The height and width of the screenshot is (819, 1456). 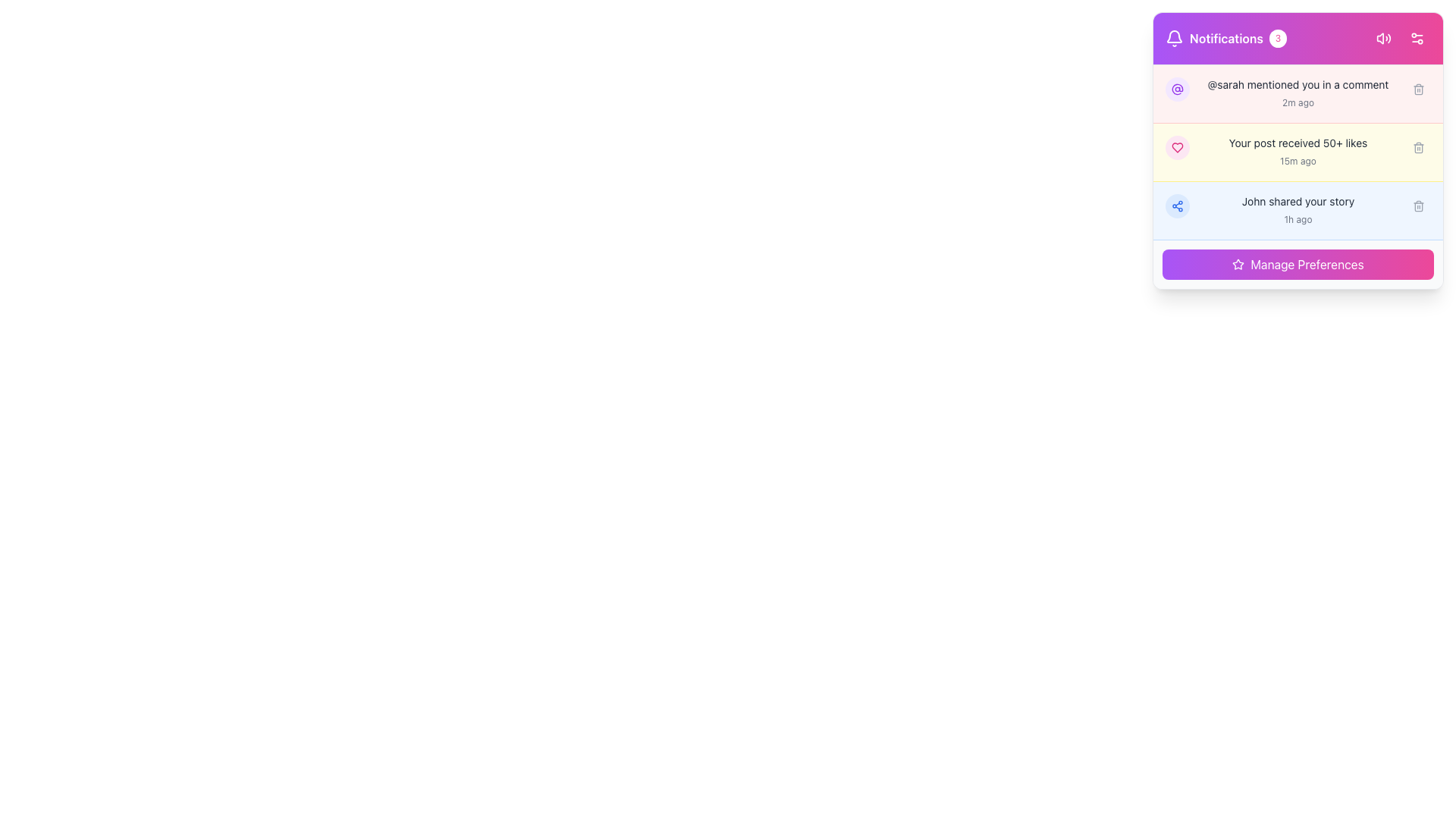 What do you see at coordinates (1416, 37) in the screenshot?
I see `the settings button represented by a small circular icon with interconnected lines and dots on a vibrant pink background` at bounding box center [1416, 37].